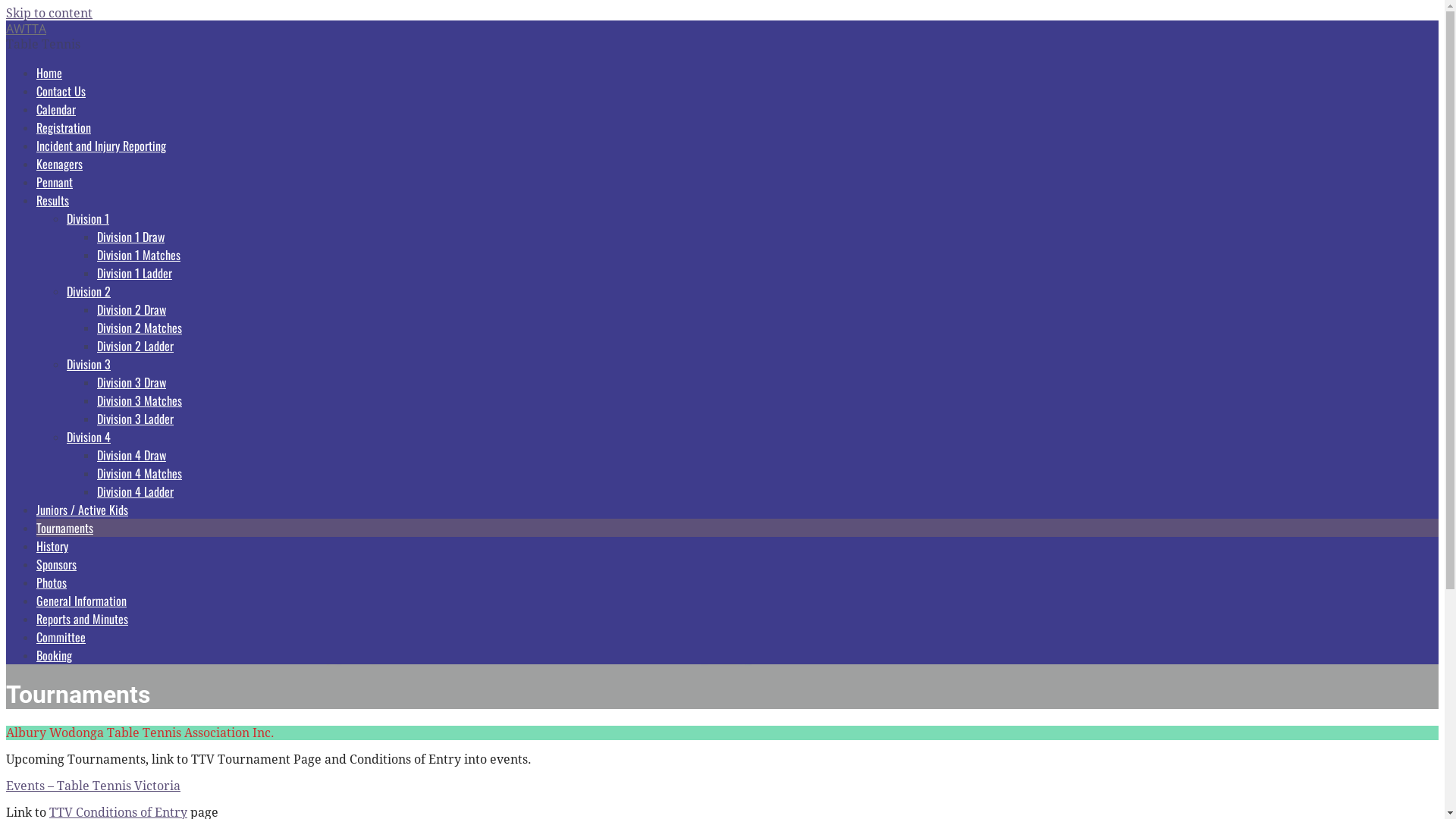  What do you see at coordinates (52, 546) in the screenshot?
I see `'History'` at bounding box center [52, 546].